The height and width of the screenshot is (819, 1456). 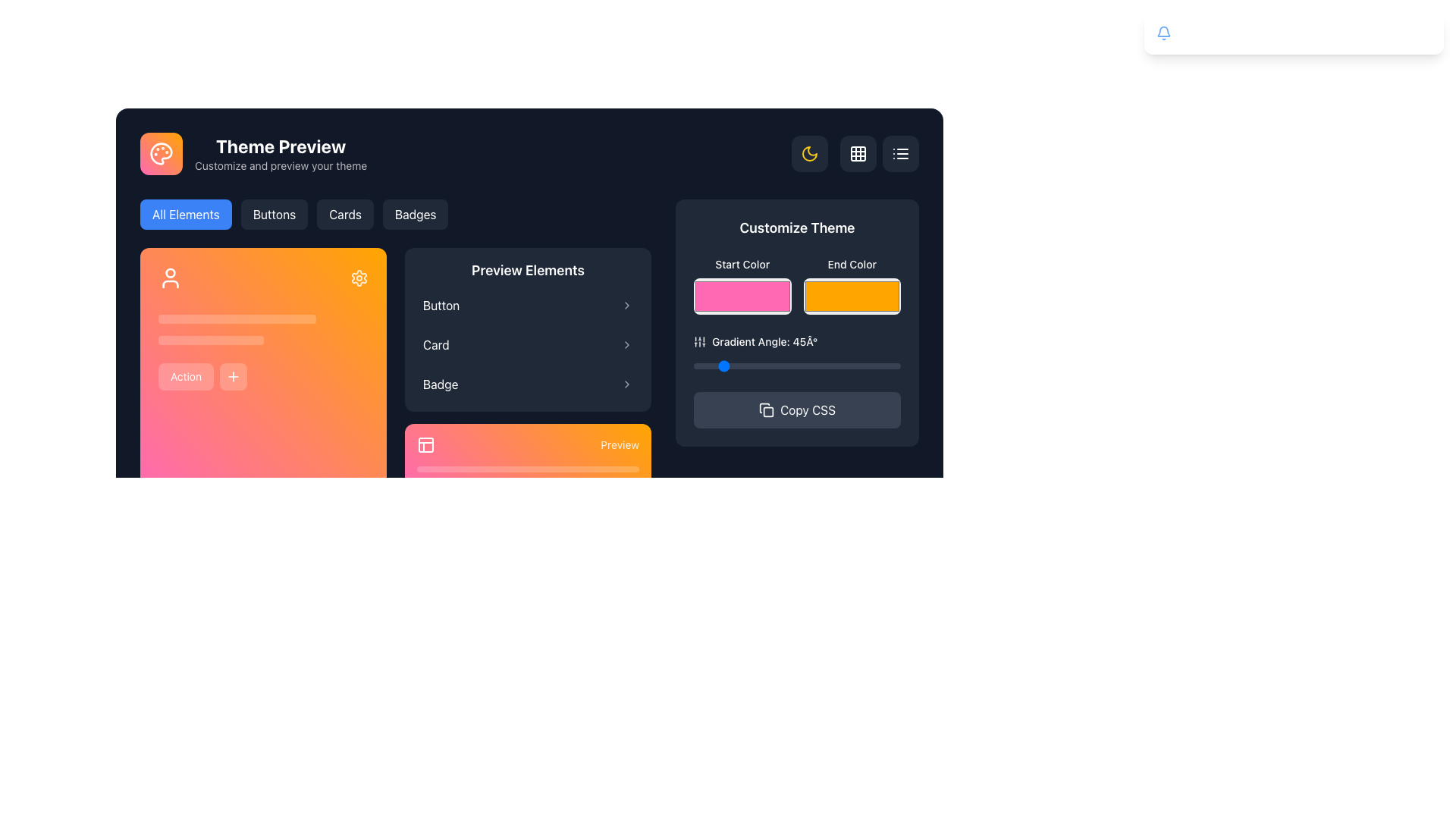 I want to click on the gradient angle, so click(x=774, y=366).